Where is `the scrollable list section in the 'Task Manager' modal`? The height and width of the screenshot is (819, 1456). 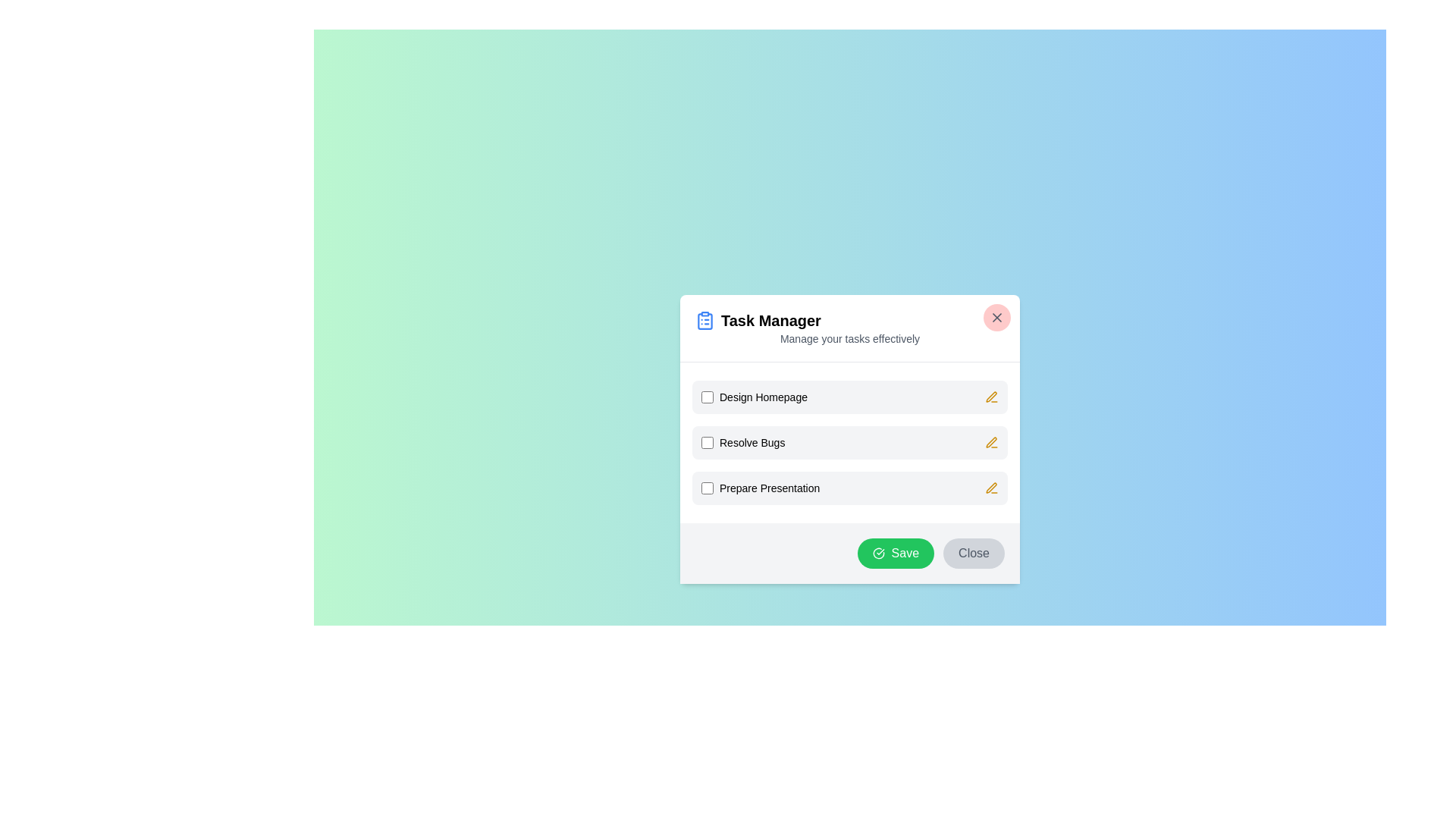
the scrollable list section in the 'Task Manager' modal is located at coordinates (850, 441).